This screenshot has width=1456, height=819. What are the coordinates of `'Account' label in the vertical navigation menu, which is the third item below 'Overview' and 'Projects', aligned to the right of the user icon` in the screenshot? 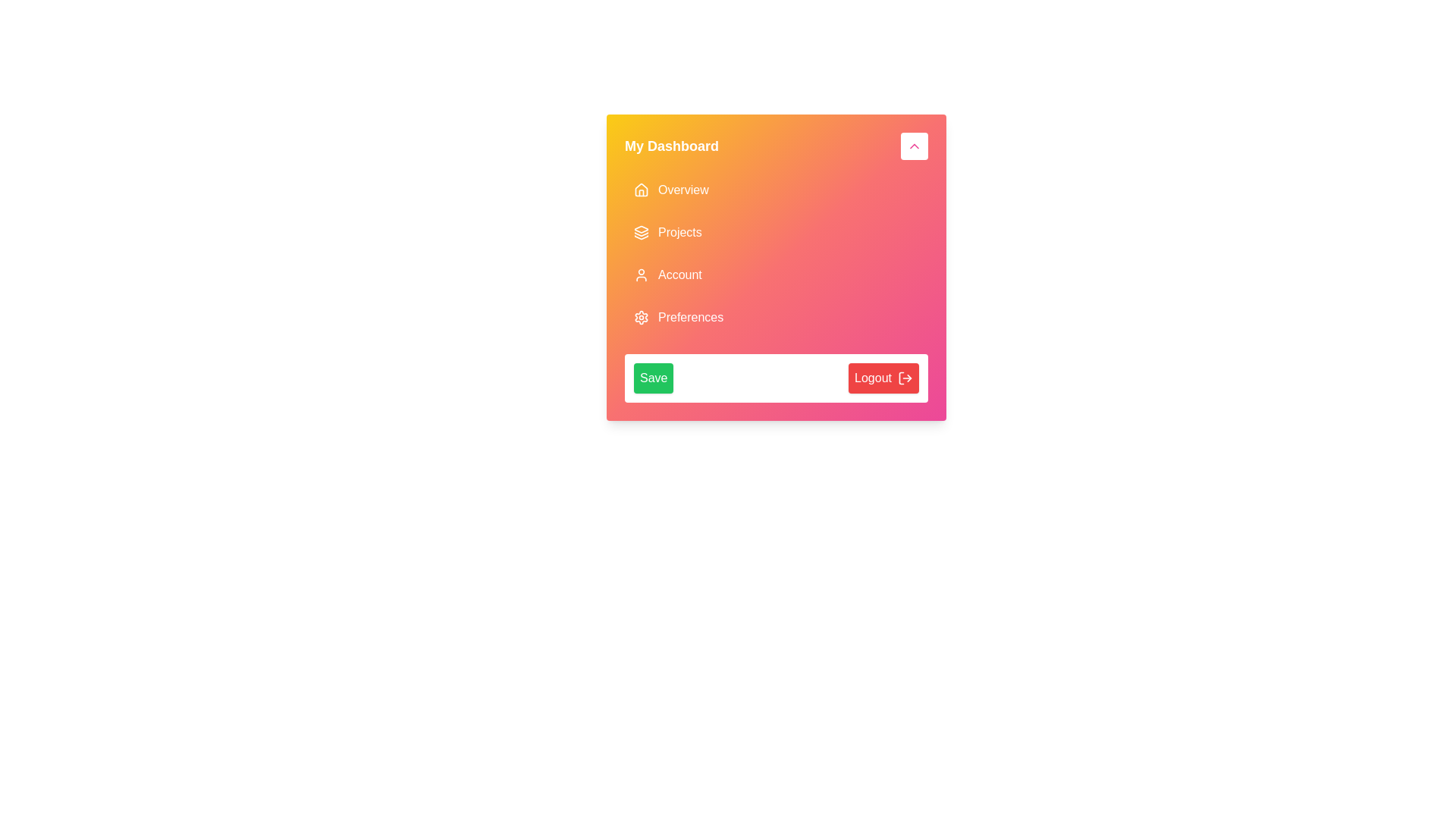 It's located at (679, 275).